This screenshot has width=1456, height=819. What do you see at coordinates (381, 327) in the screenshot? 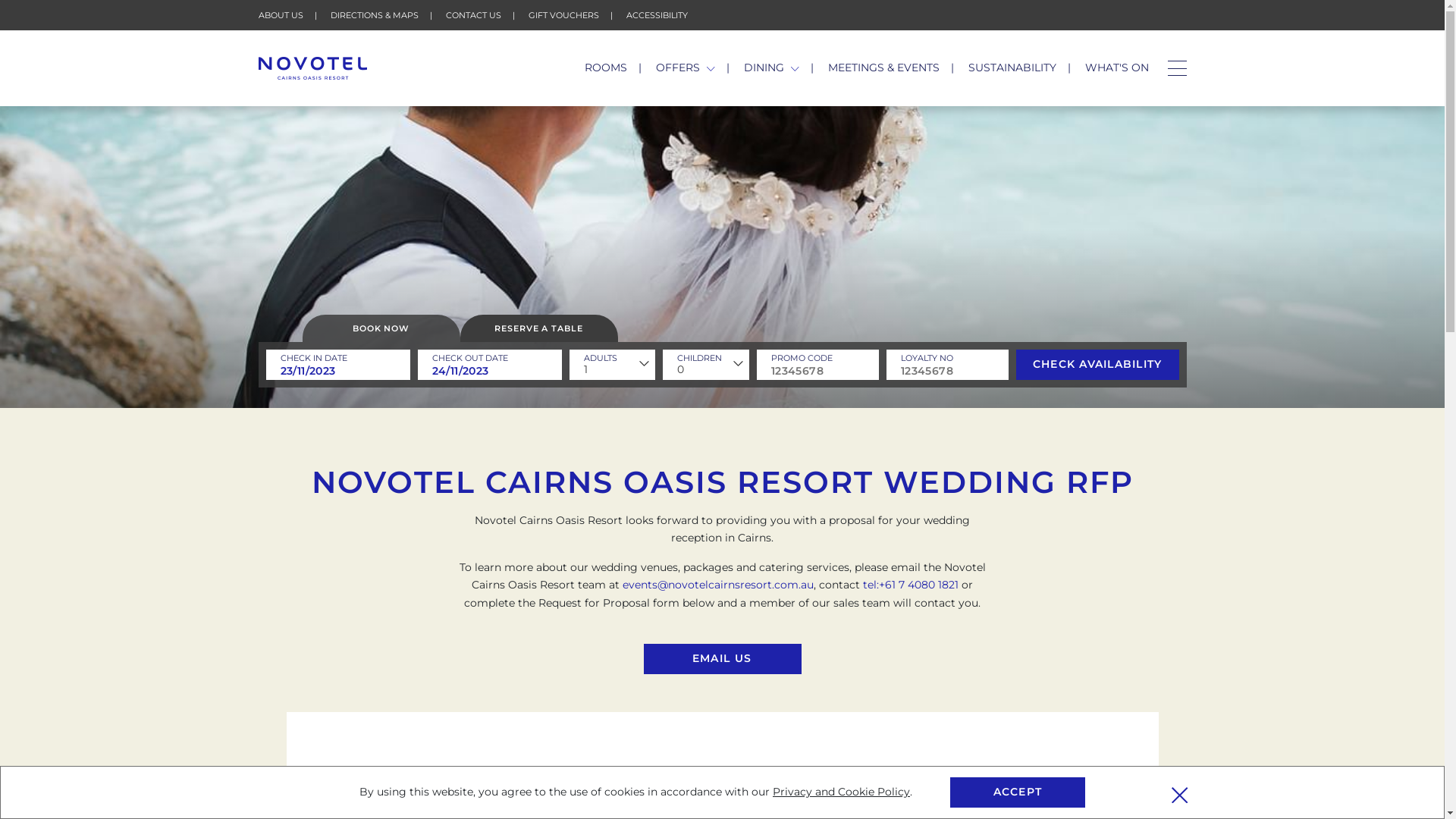
I see `'BOOK NOW'` at bounding box center [381, 327].